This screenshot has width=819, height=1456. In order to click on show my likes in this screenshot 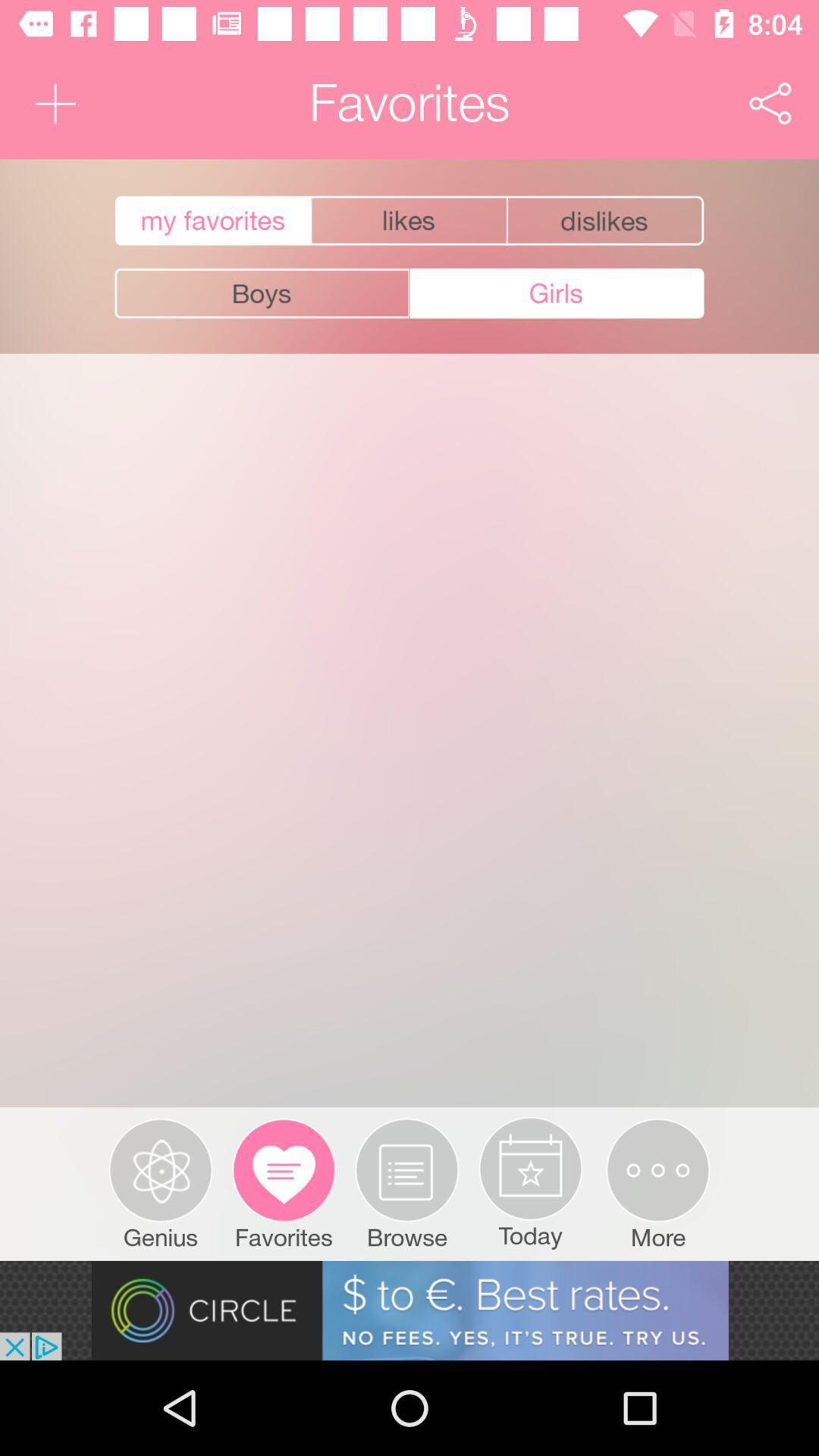, I will do `click(408, 220)`.